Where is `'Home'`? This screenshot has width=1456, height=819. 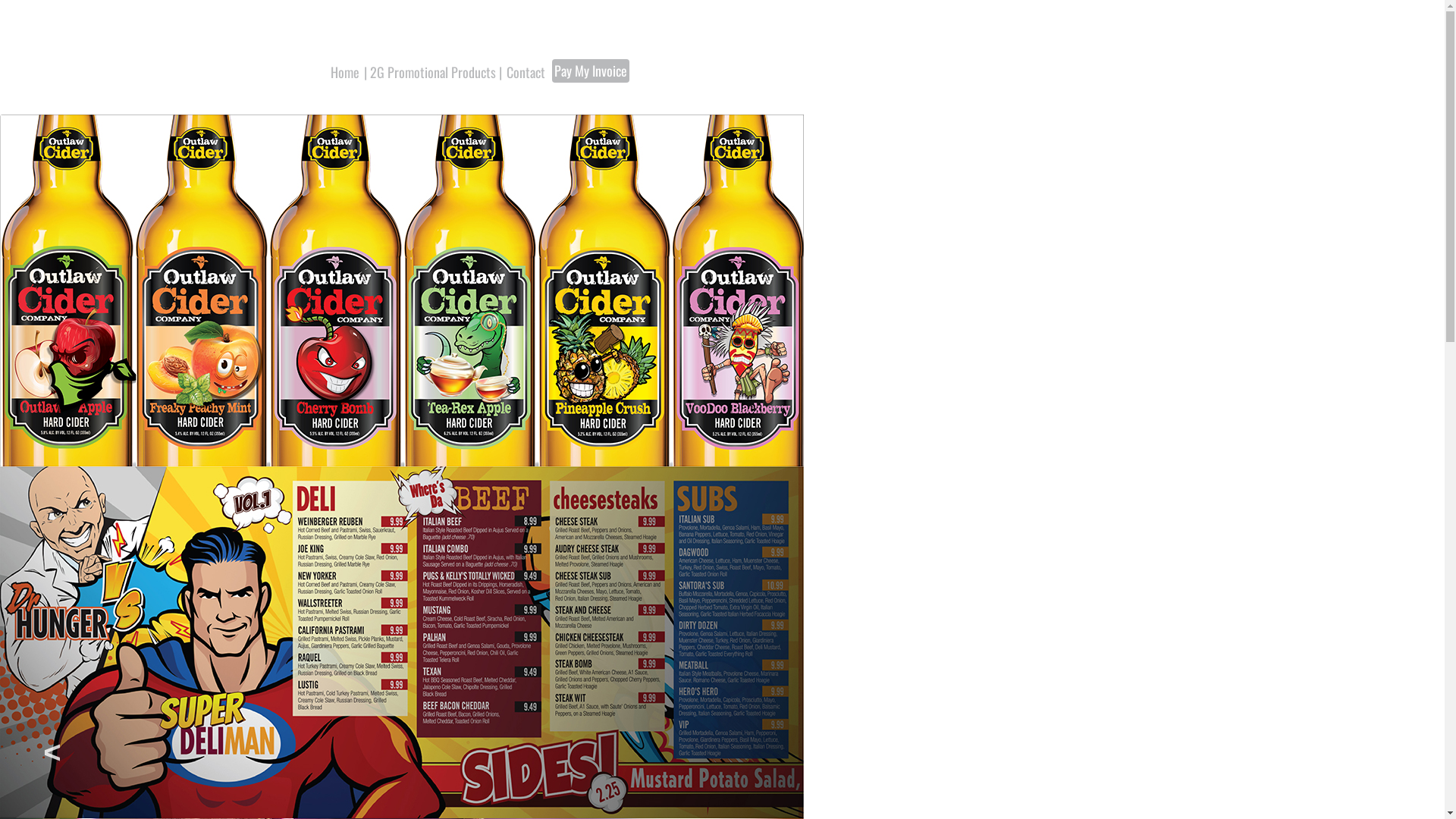 'Home' is located at coordinates (344, 72).